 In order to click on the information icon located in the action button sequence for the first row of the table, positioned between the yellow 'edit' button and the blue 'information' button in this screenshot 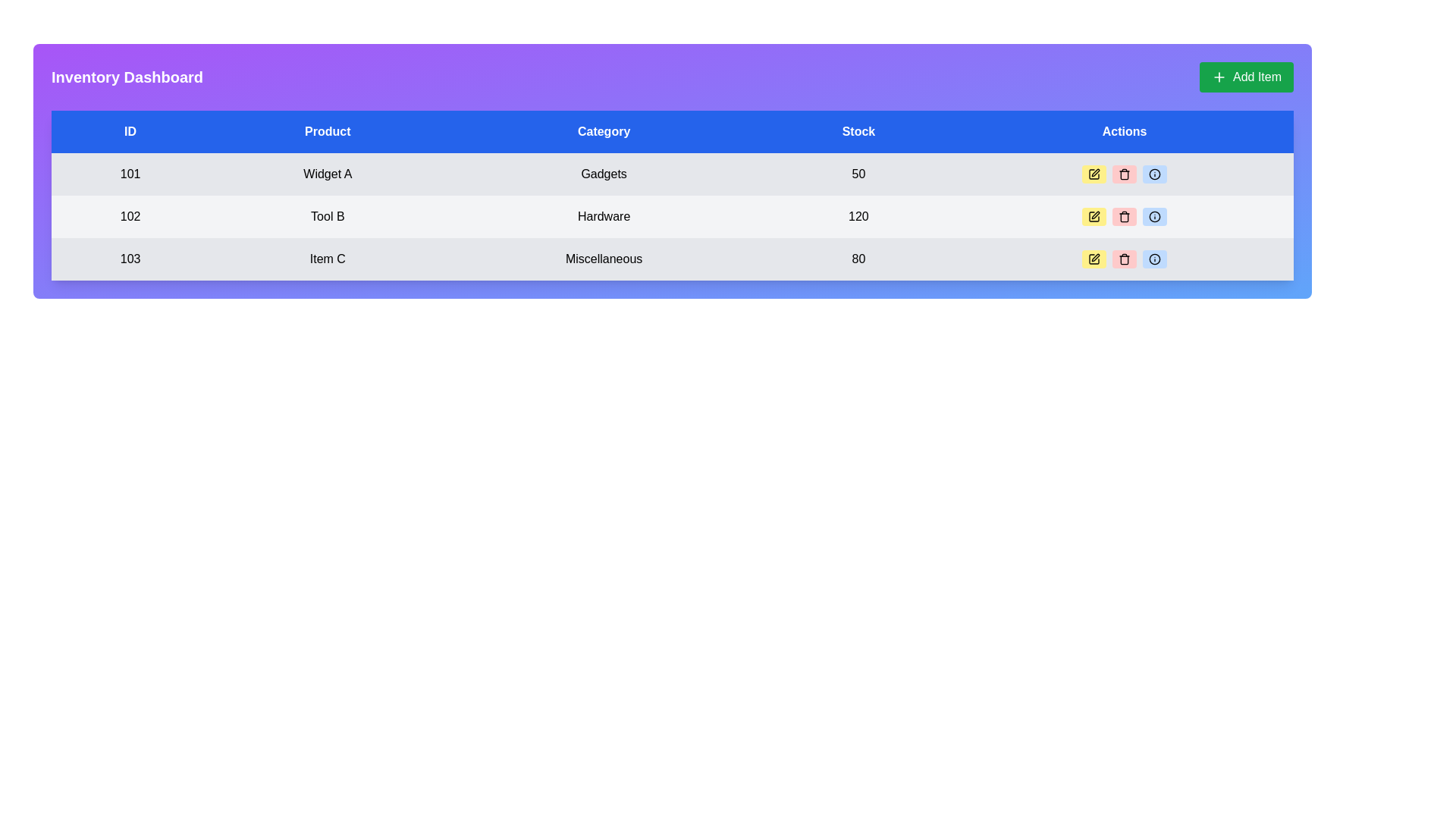, I will do `click(1125, 174)`.